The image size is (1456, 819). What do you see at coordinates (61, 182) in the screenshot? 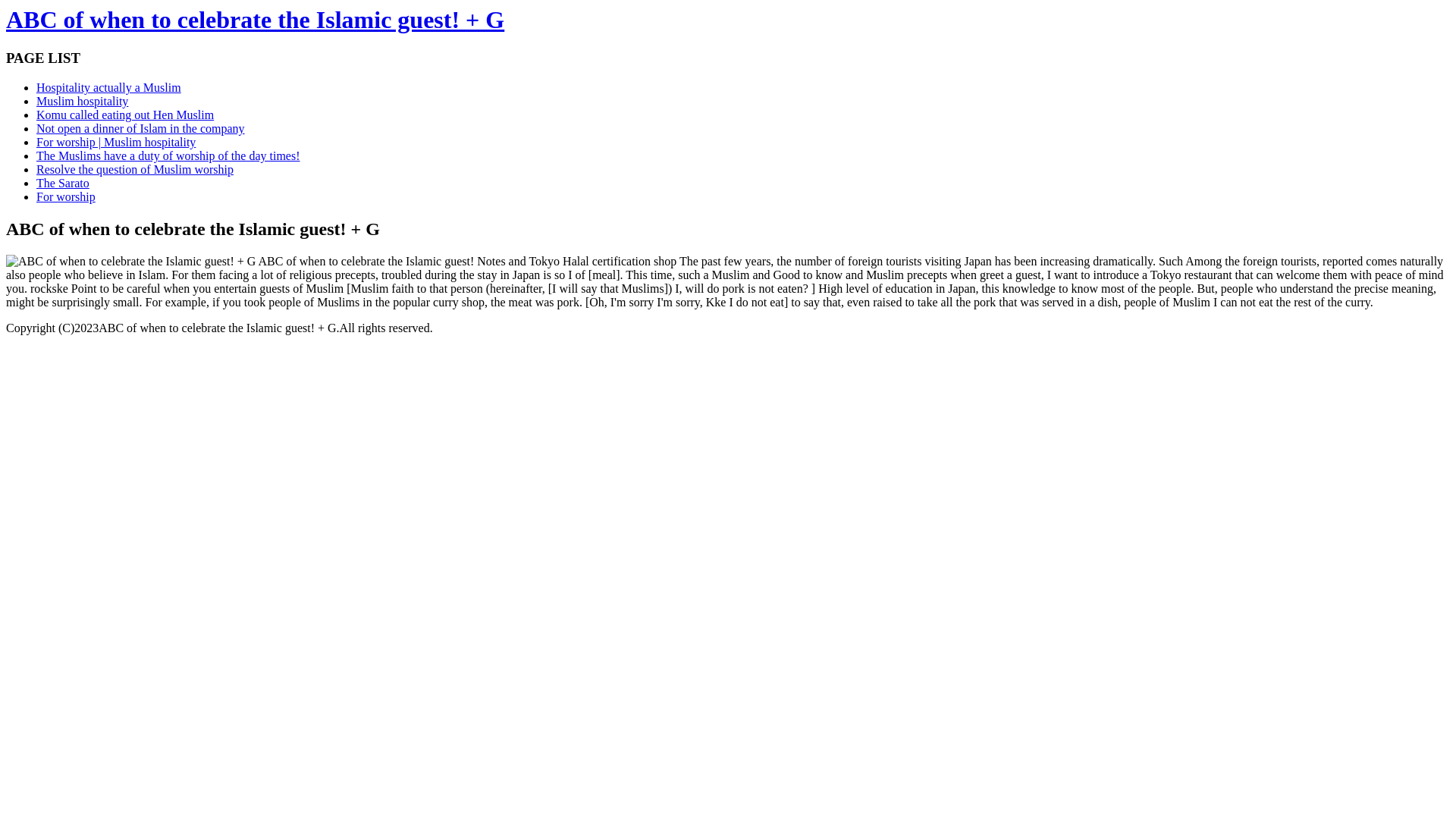
I see `'The Sarato'` at bounding box center [61, 182].